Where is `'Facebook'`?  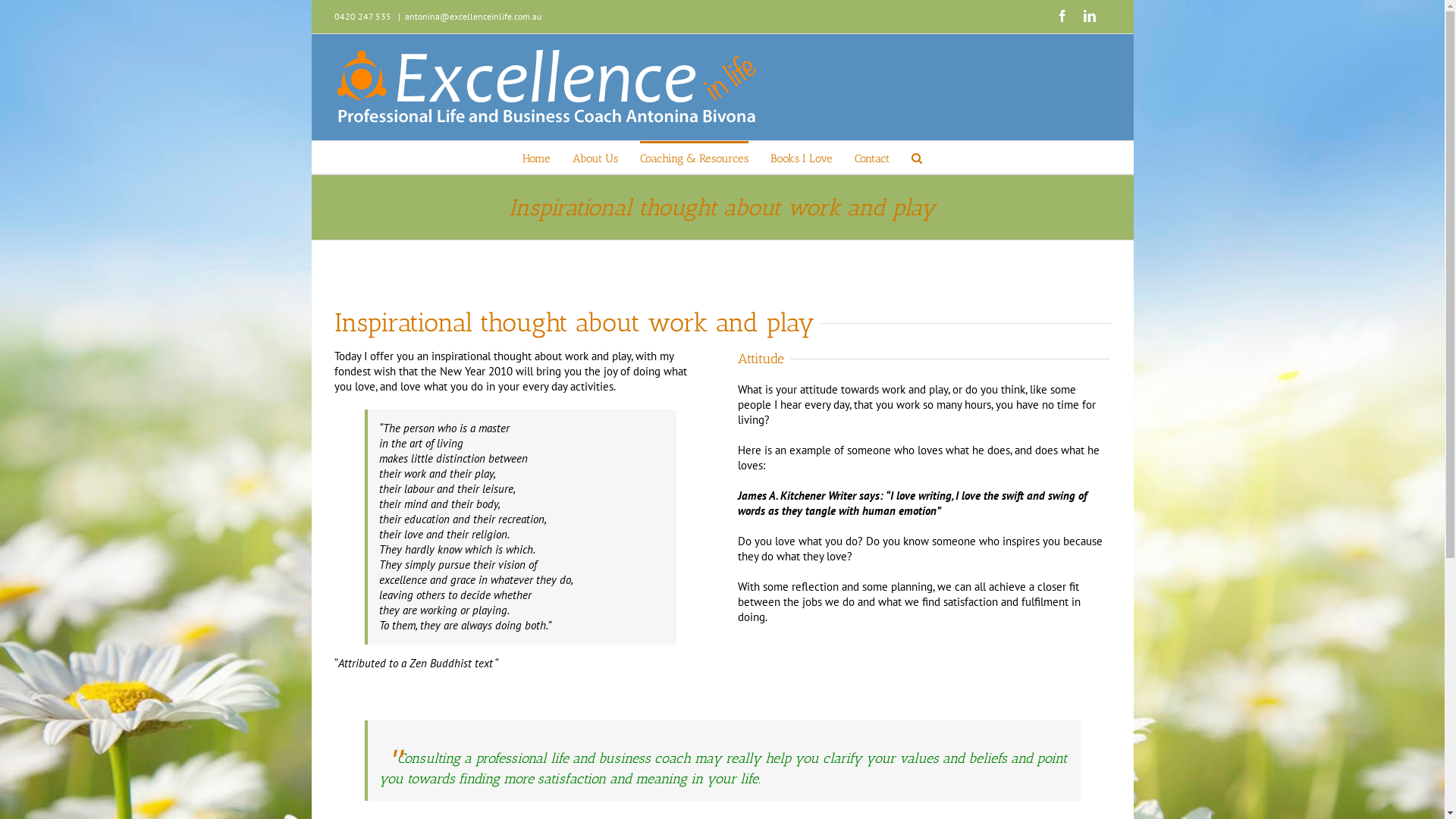 'Facebook' is located at coordinates (1061, 15).